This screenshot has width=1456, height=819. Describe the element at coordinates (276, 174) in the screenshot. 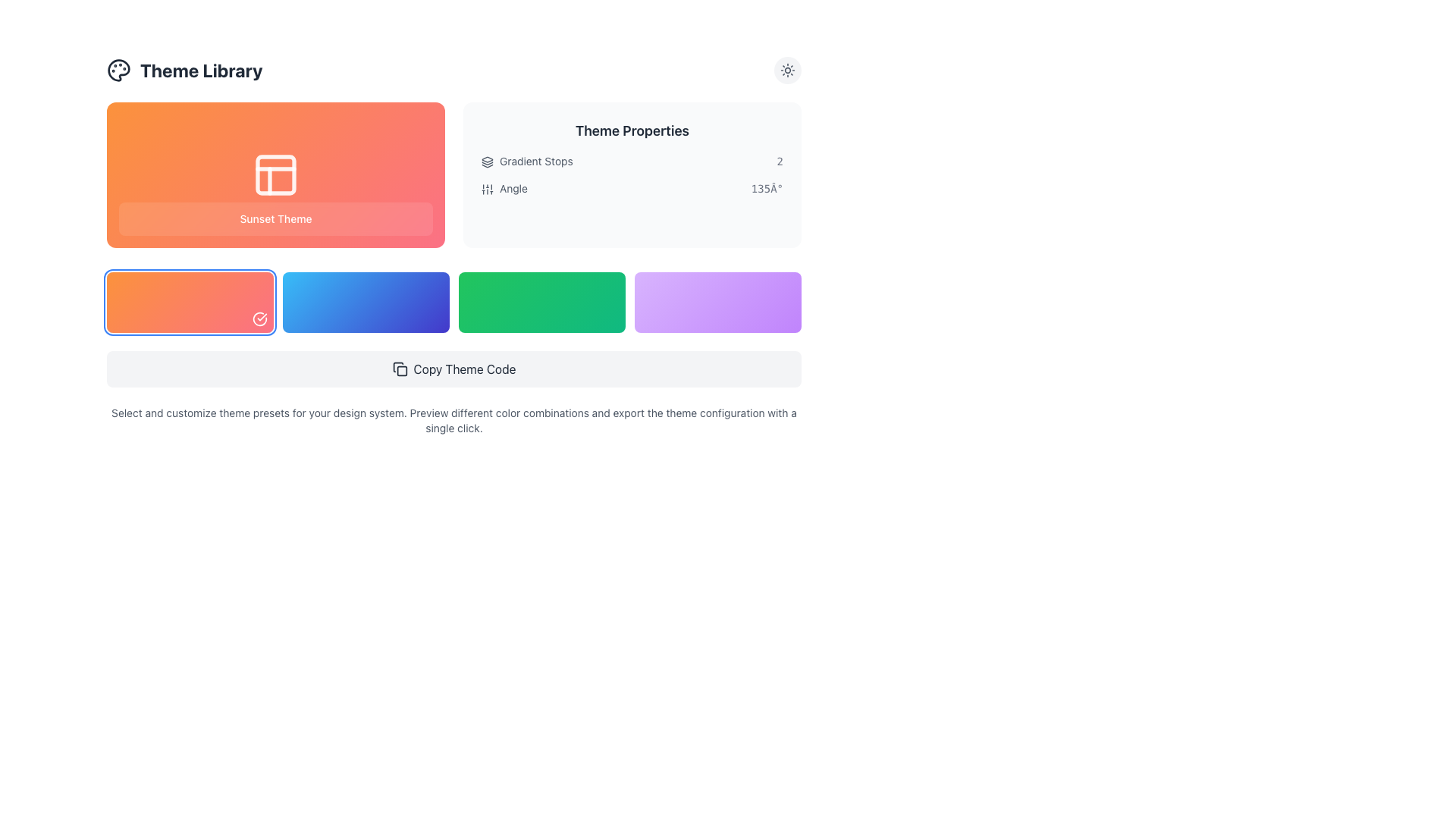

I see `the upper-left vector graphic component of the 'Sunset Theme' icon, which is the first card in a grid of colored rectangular cards` at that location.